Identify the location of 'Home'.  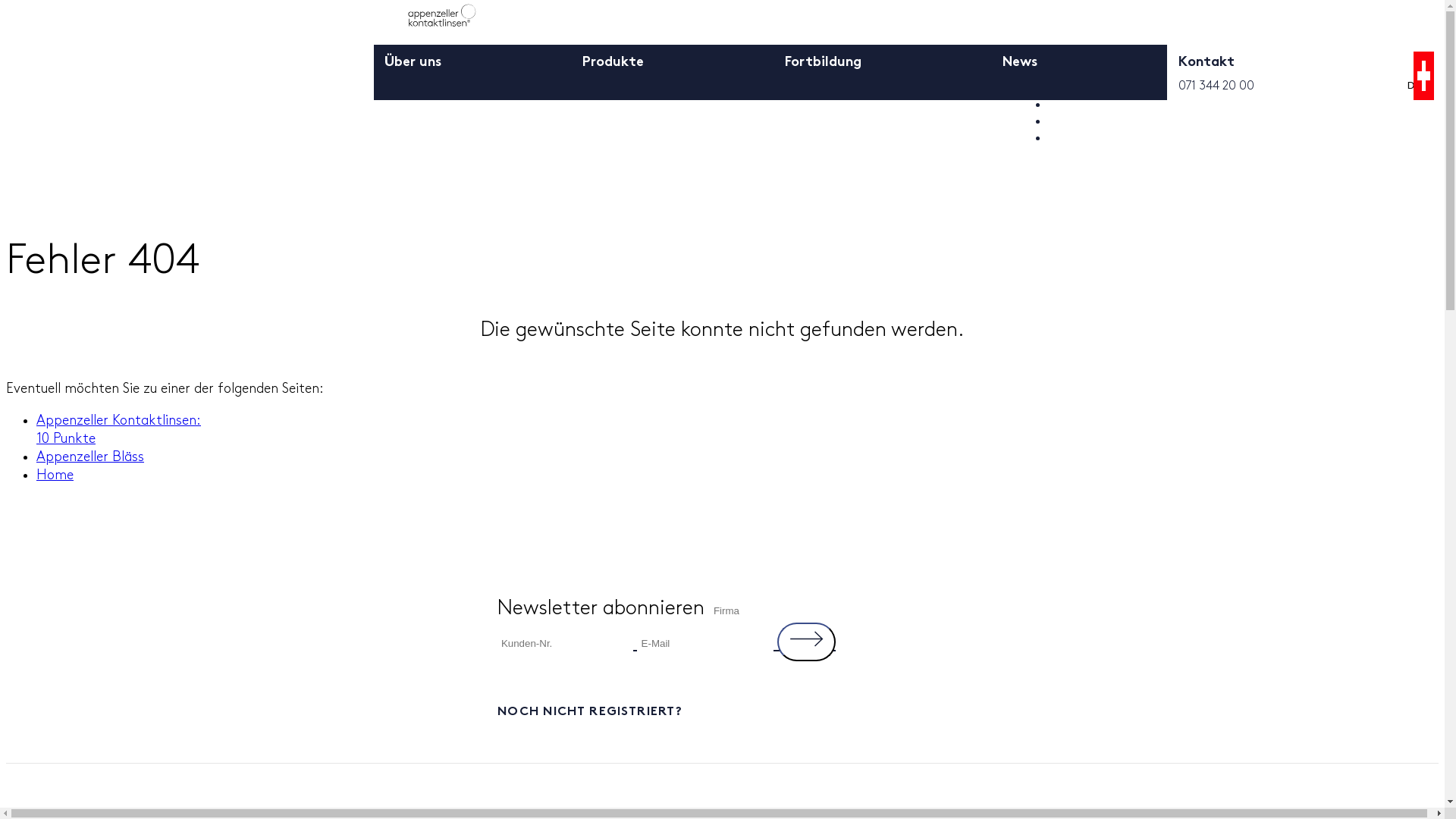
(36, 473).